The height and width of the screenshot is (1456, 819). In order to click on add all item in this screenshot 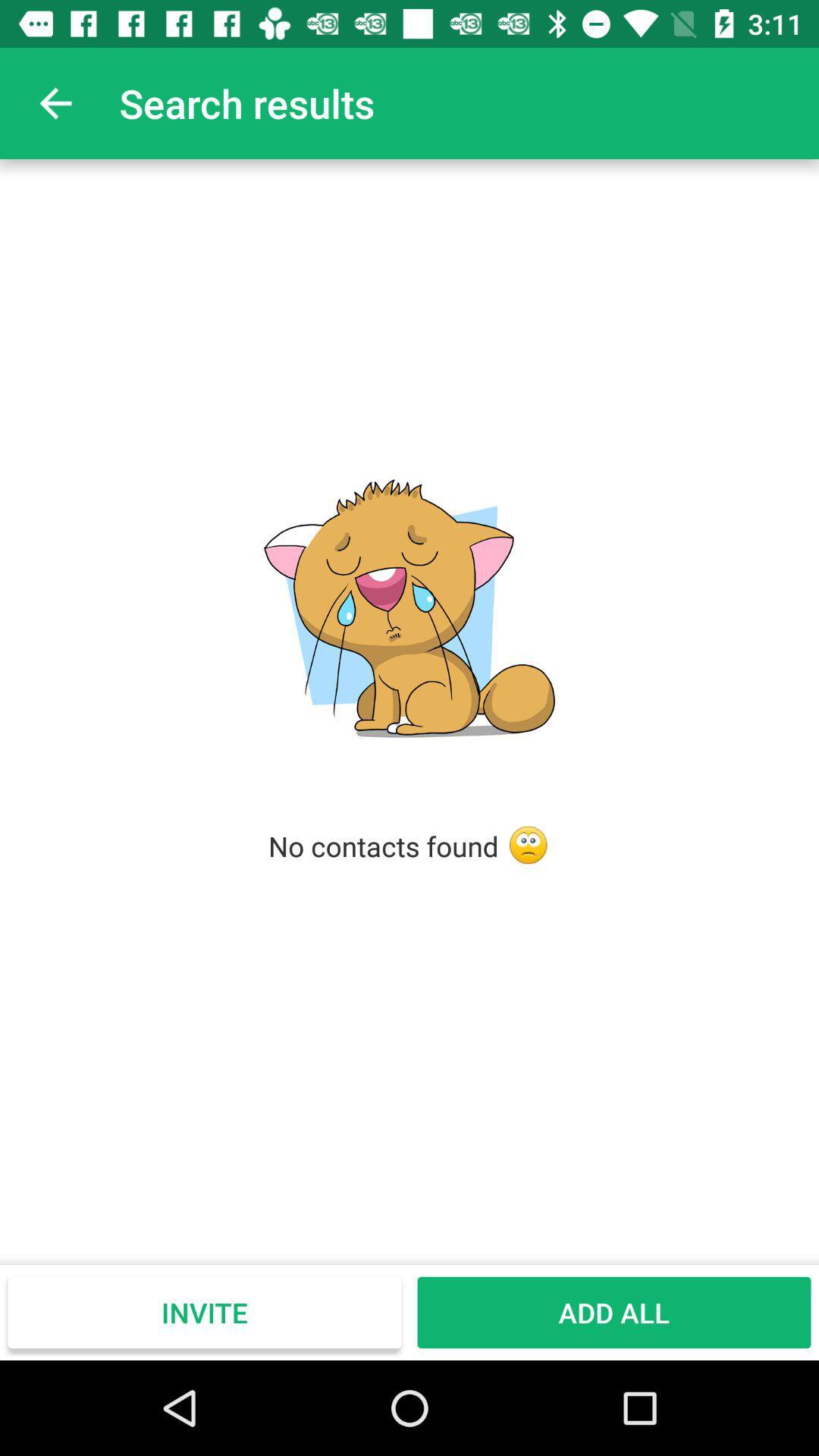, I will do `click(614, 1312)`.